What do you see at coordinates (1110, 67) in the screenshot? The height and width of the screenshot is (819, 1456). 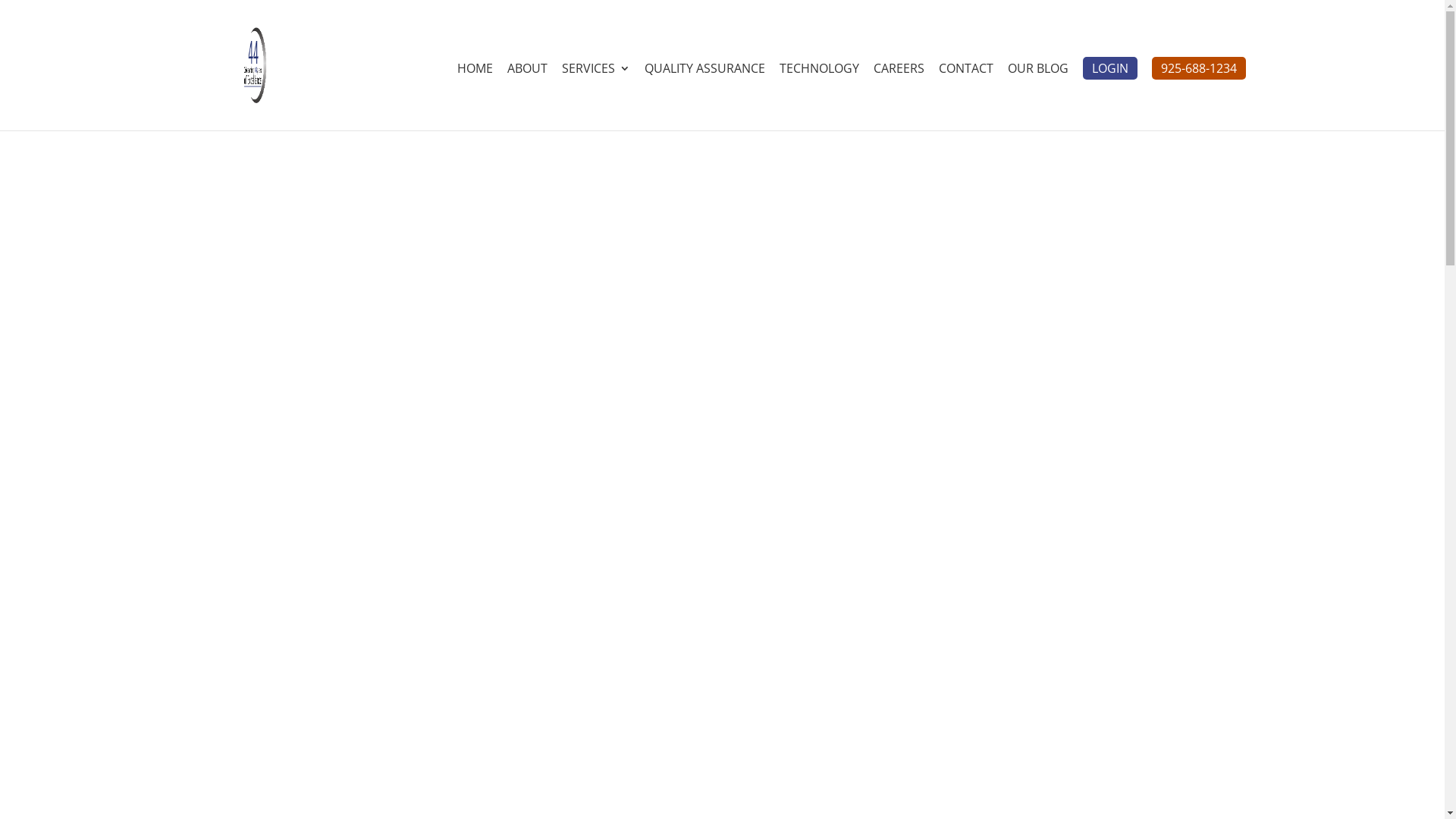 I see `'LOGIN'` at bounding box center [1110, 67].